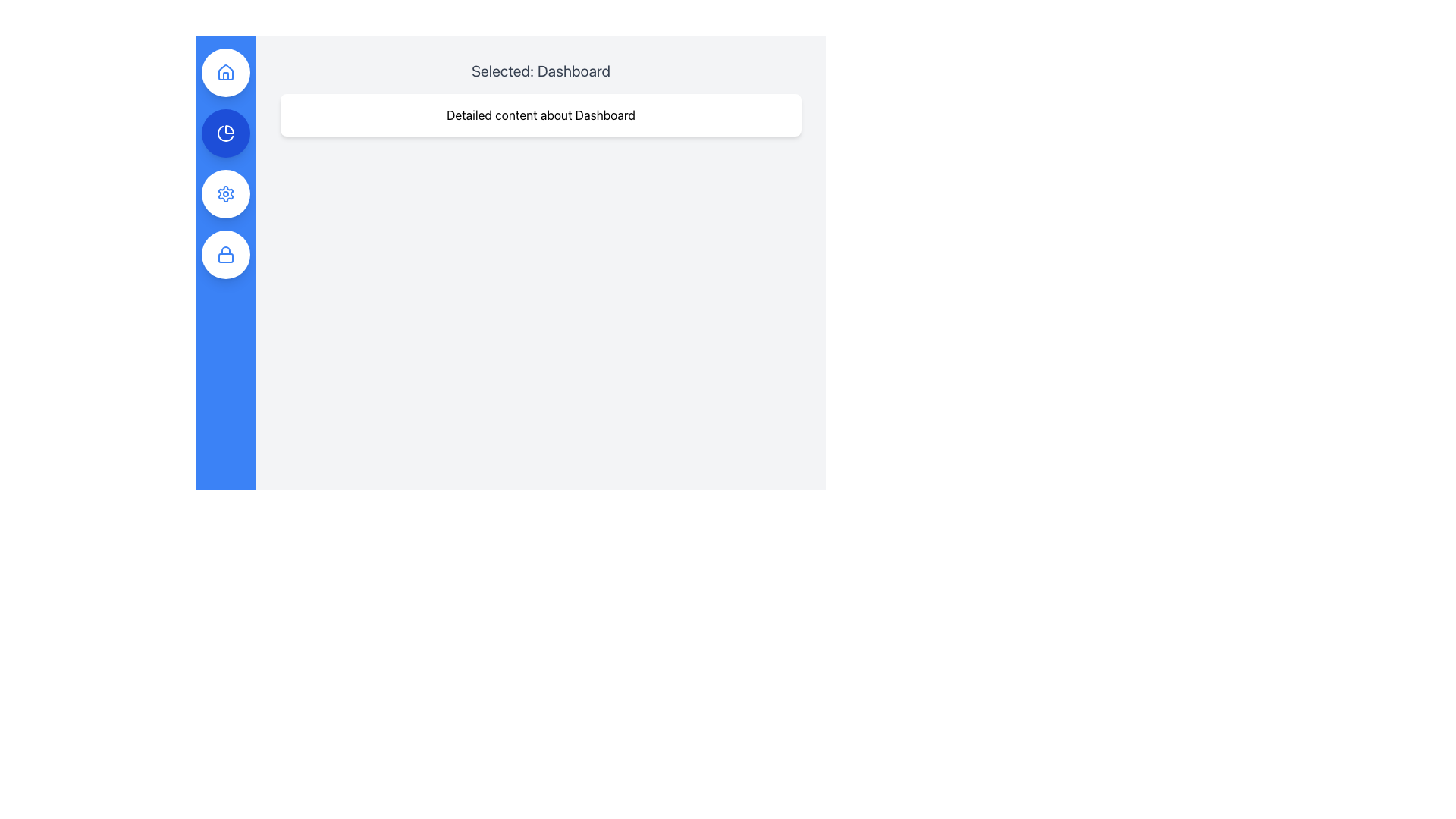 This screenshot has height=819, width=1456. I want to click on the second circular navigation icon on the left side of the interface, so click(224, 133).